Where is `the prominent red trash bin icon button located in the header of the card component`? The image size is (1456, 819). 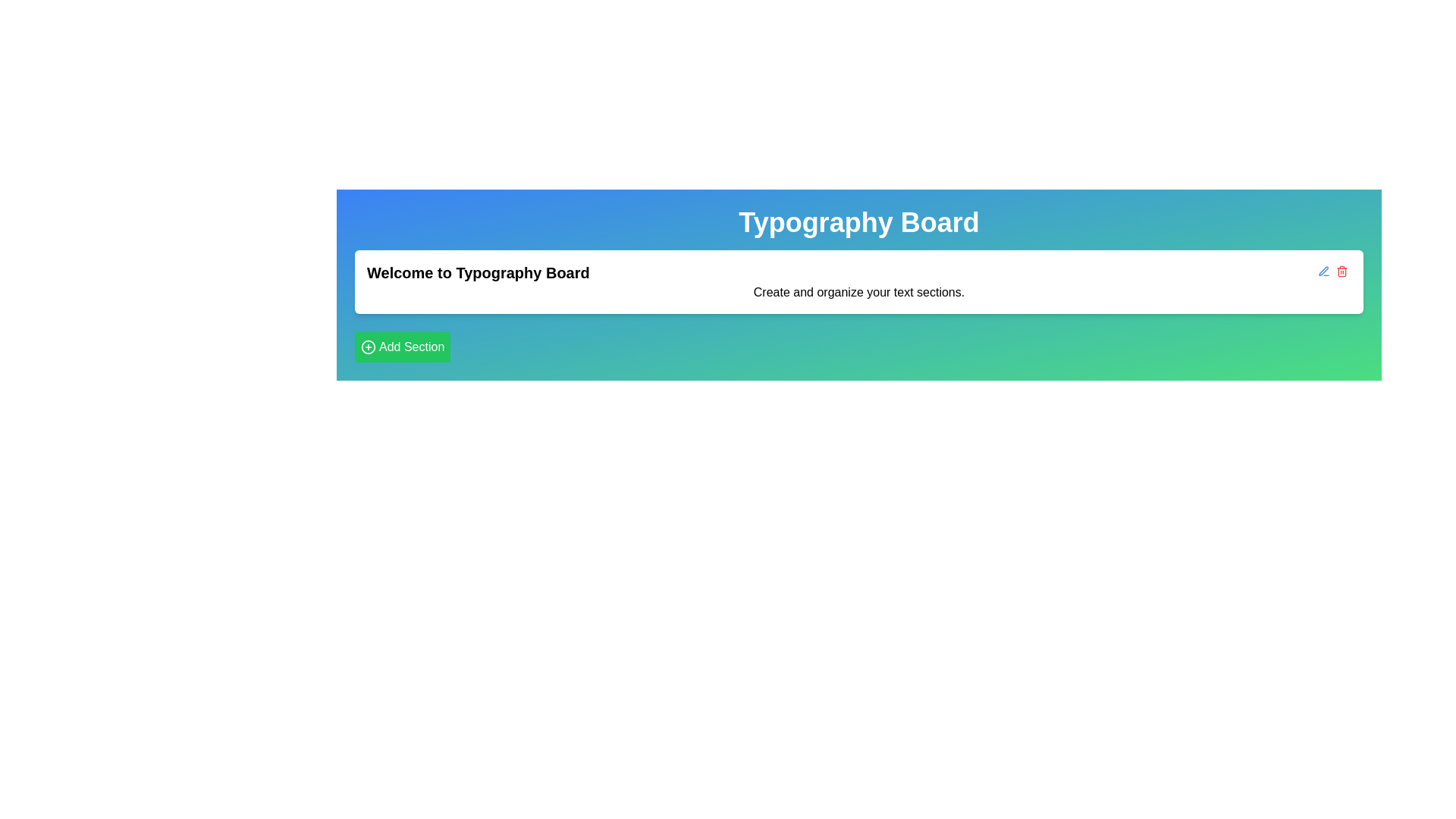 the prominent red trash bin icon button located in the header of the card component is located at coordinates (1342, 271).